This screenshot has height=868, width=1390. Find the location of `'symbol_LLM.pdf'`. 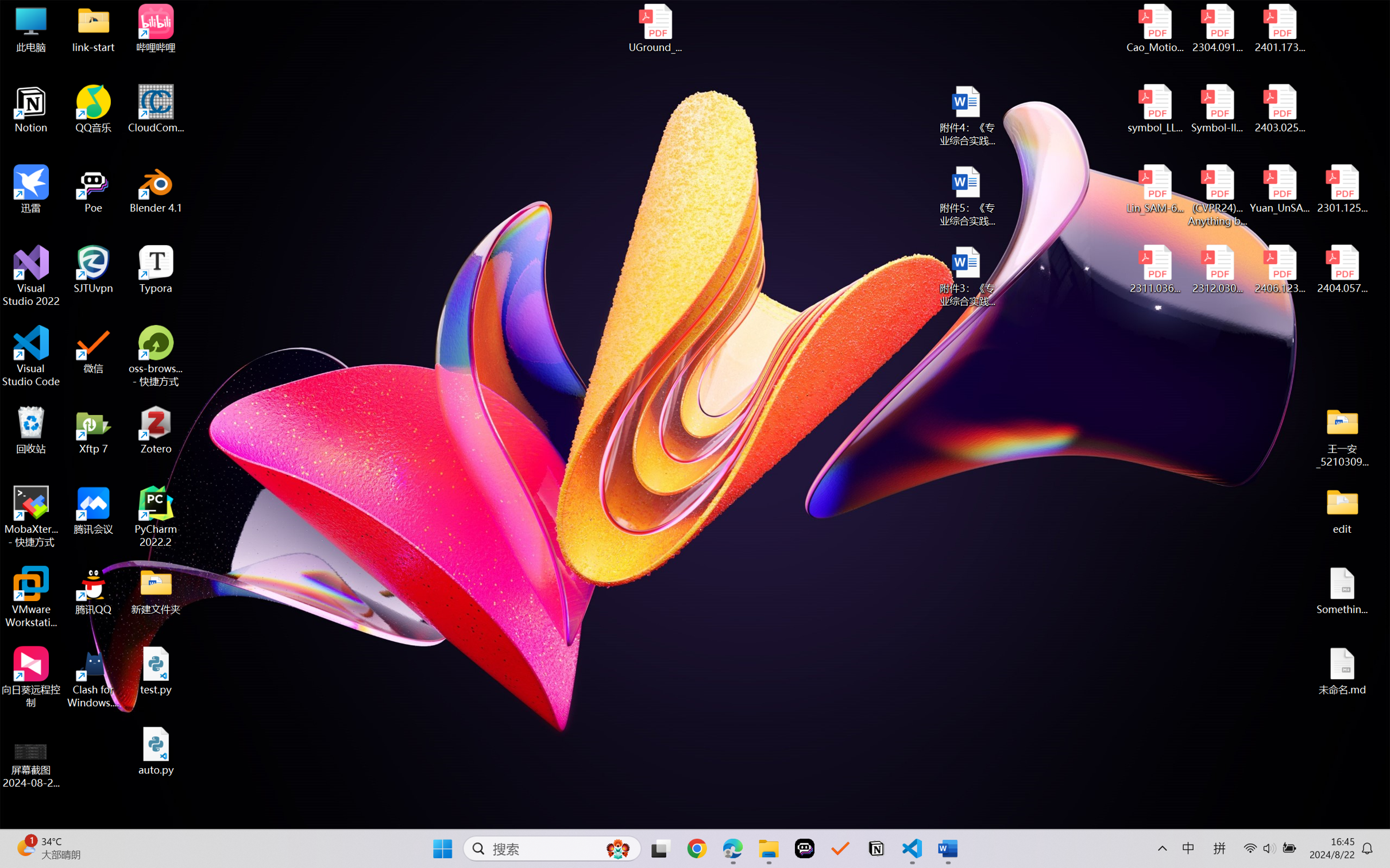

'symbol_LLM.pdf' is located at coordinates (1155, 109).